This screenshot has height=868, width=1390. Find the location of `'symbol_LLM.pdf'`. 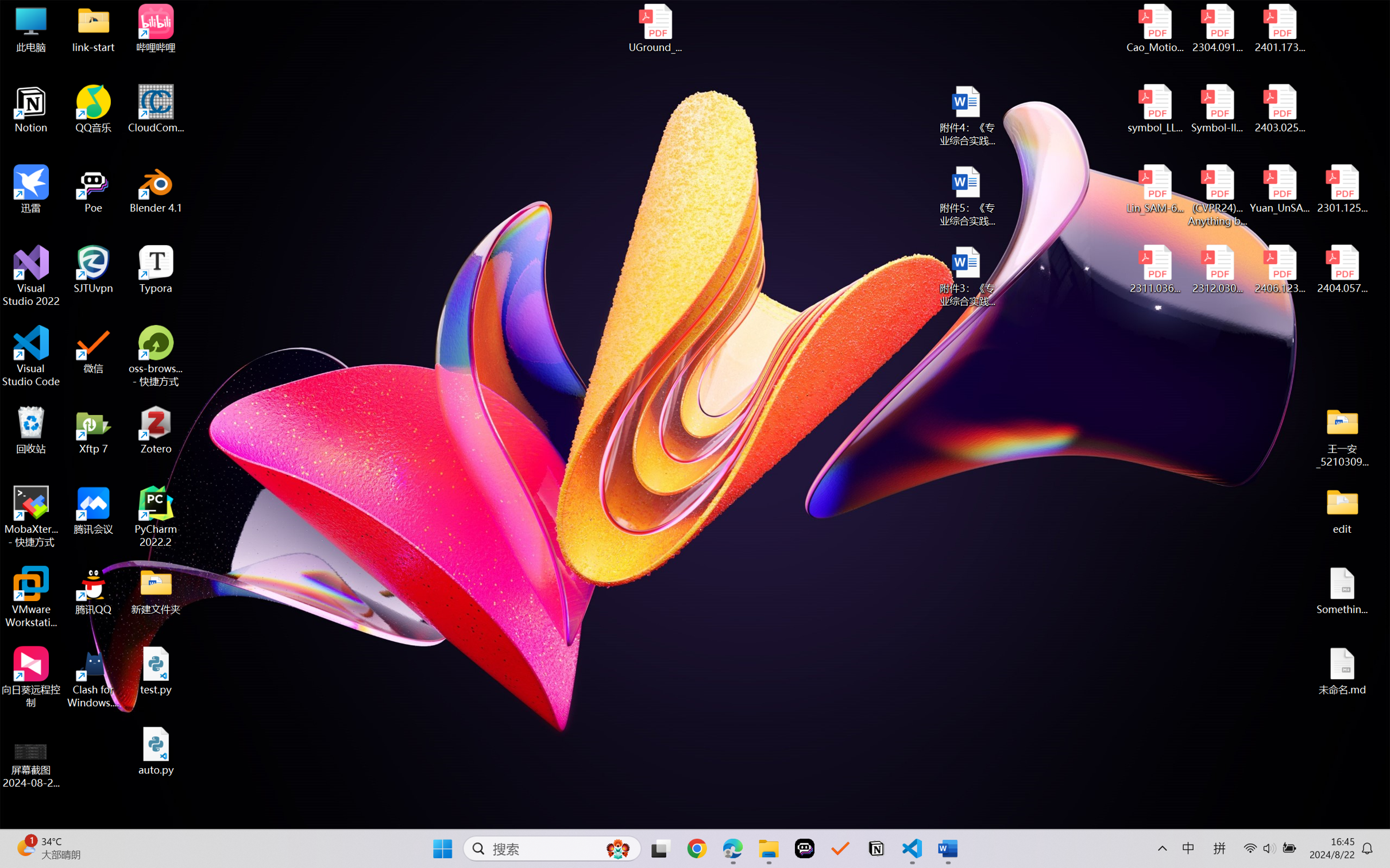

'symbol_LLM.pdf' is located at coordinates (1155, 109).